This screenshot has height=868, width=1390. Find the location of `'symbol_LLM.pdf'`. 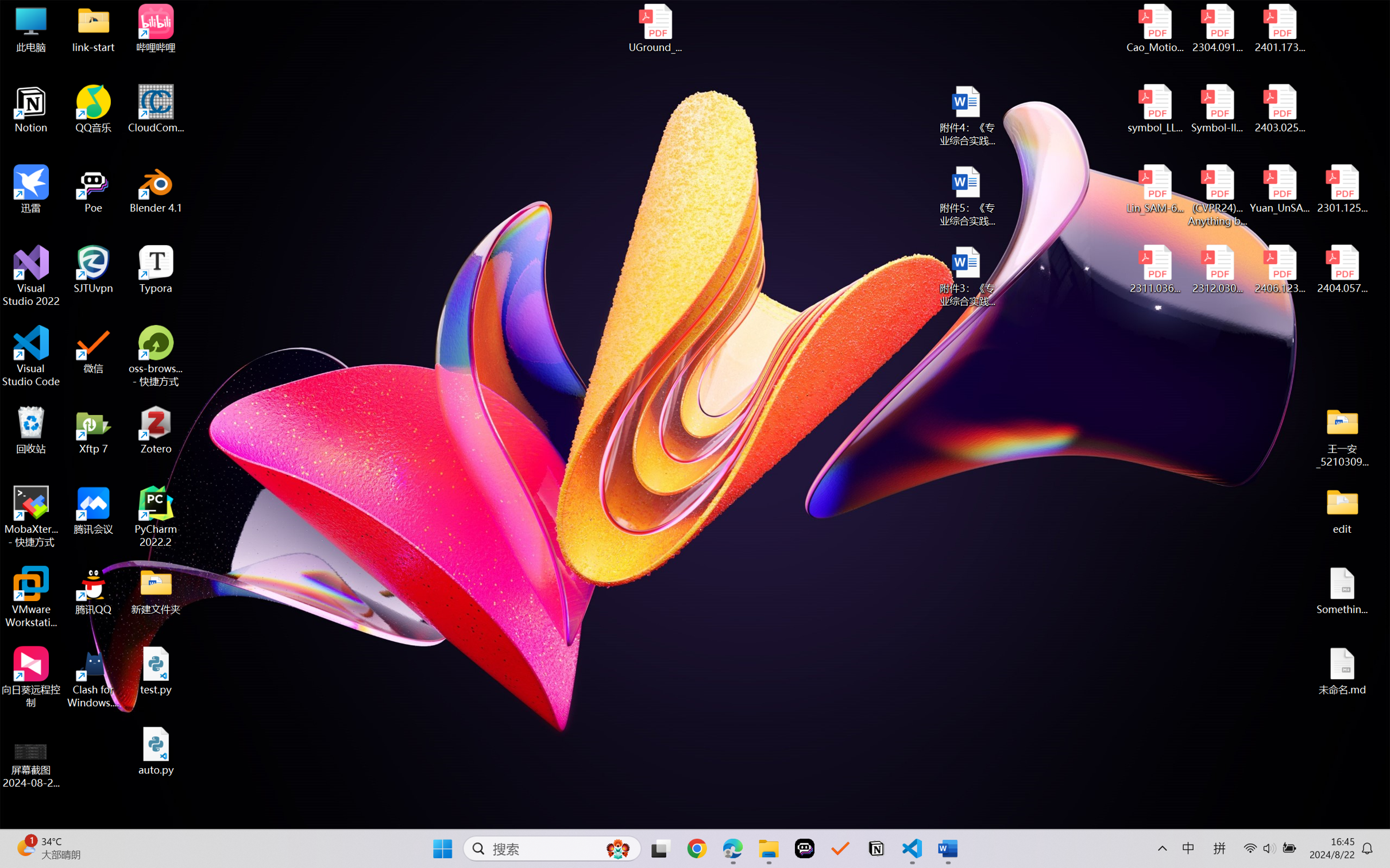

'symbol_LLM.pdf' is located at coordinates (1155, 109).